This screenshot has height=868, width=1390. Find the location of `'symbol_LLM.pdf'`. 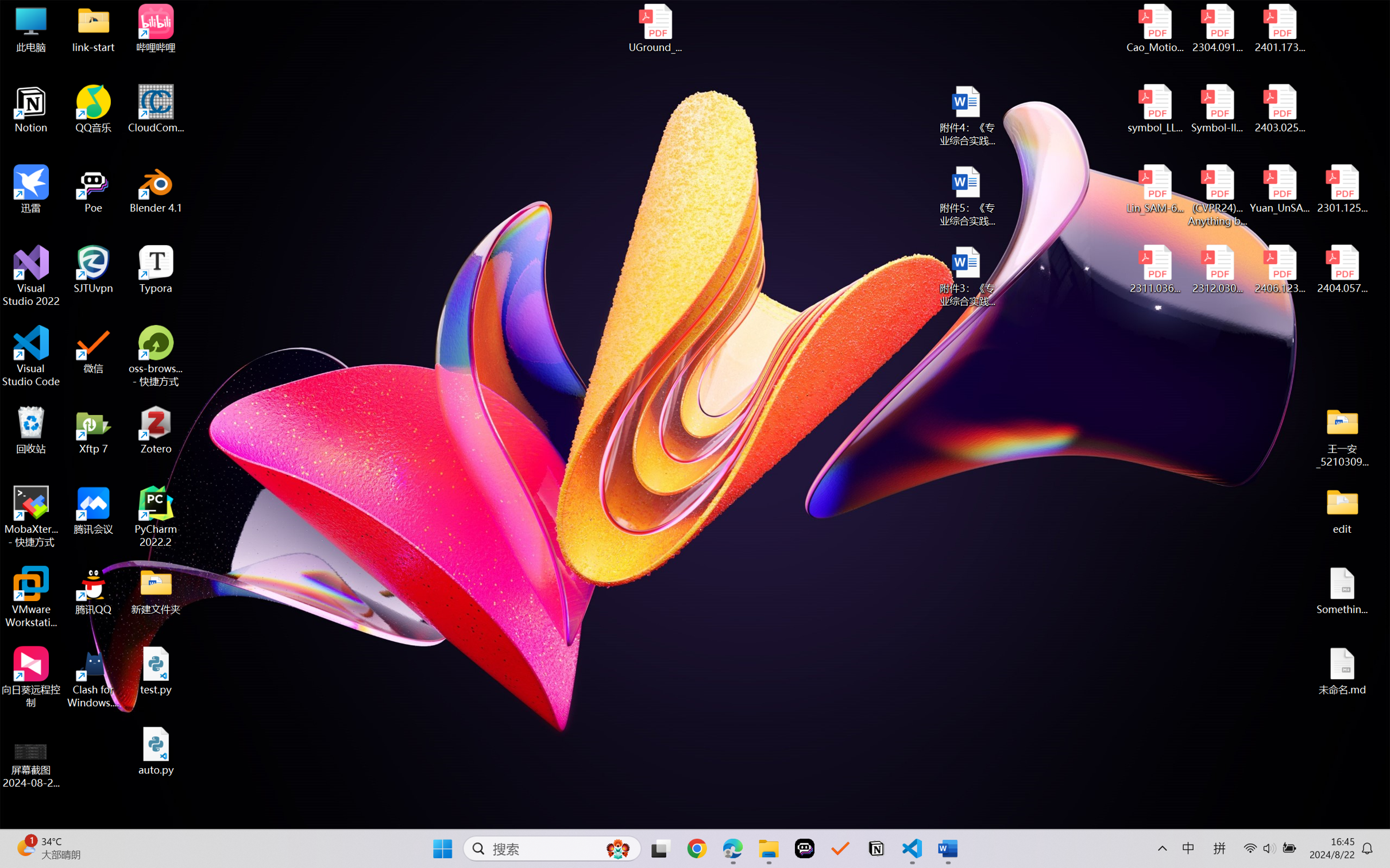

'symbol_LLM.pdf' is located at coordinates (1155, 109).